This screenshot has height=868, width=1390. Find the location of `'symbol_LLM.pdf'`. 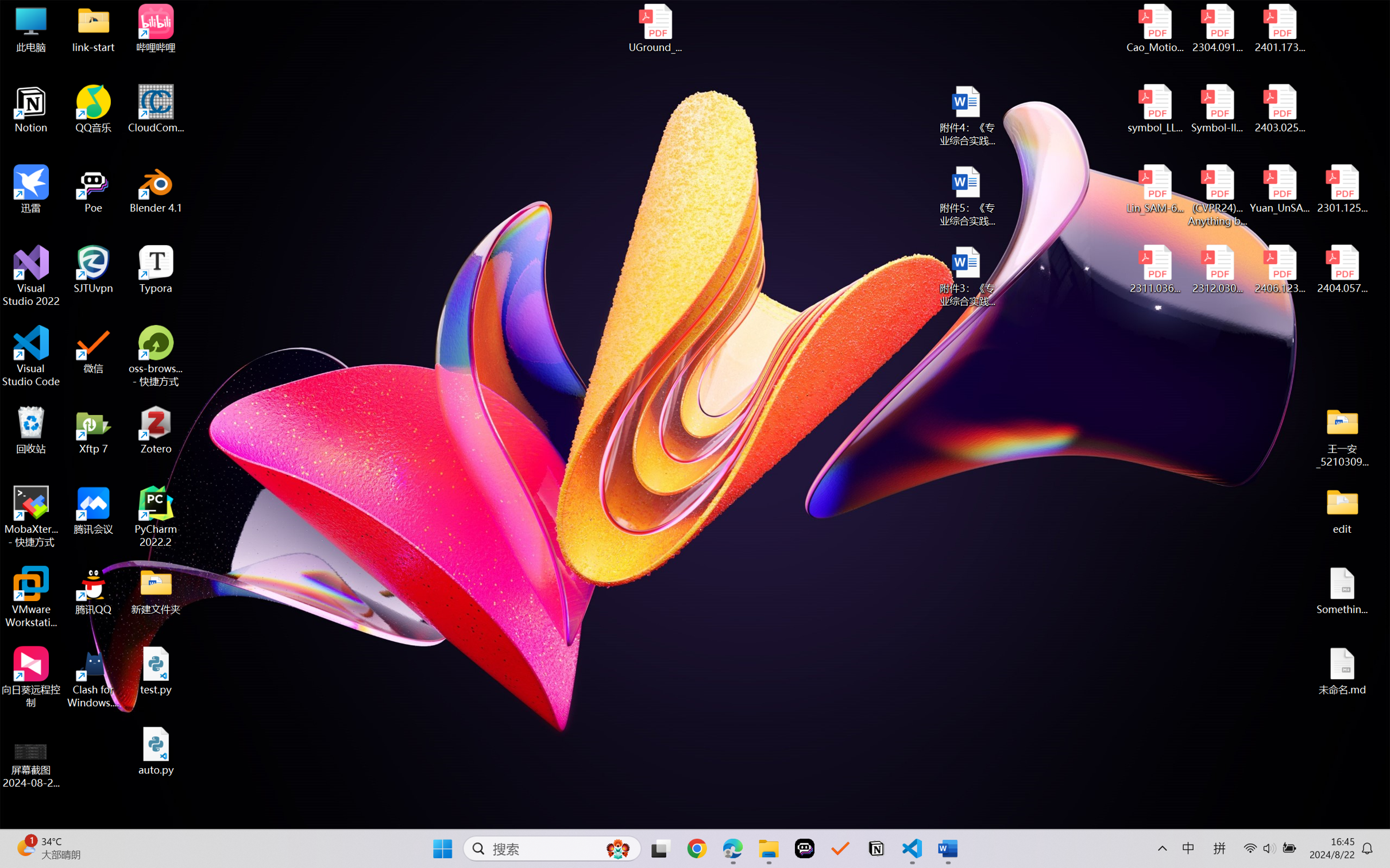

'symbol_LLM.pdf' is located at coordinates (1155, 109).